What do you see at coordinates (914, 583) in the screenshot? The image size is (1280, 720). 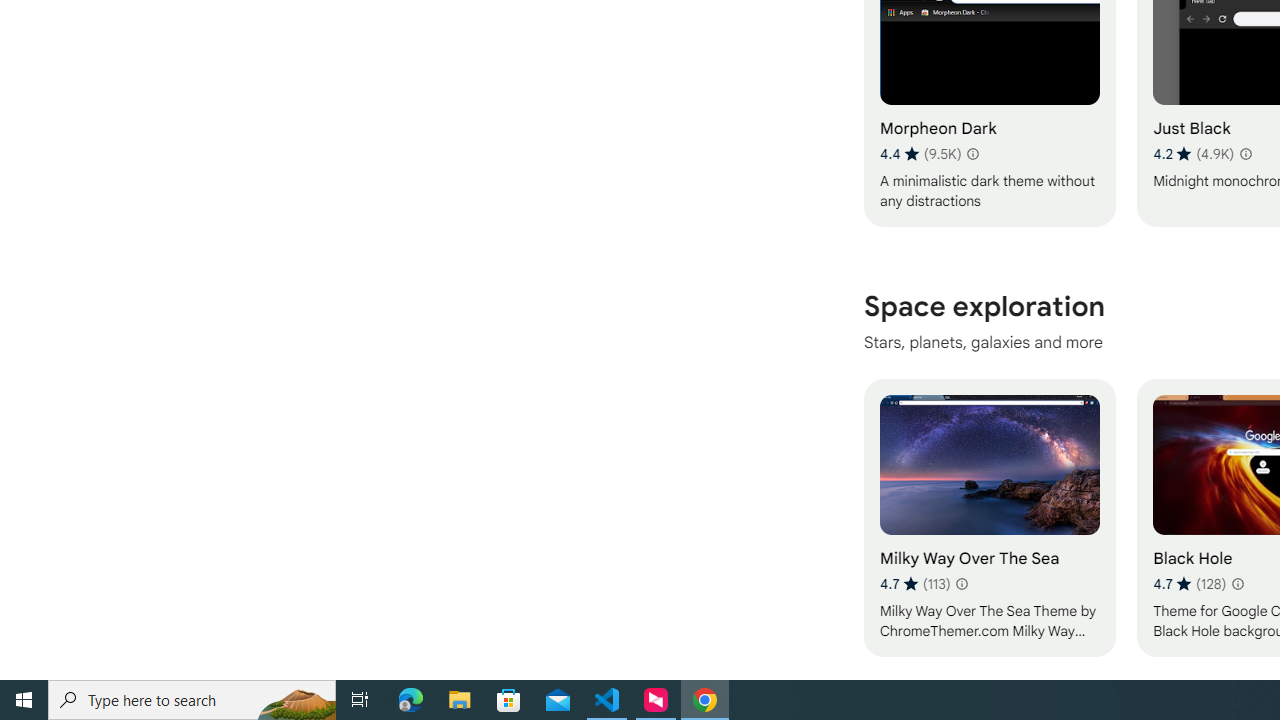 I see `'Average rating 4.7 out of 5 stars. 113 ratings.'` at bounding box center [914, 583].